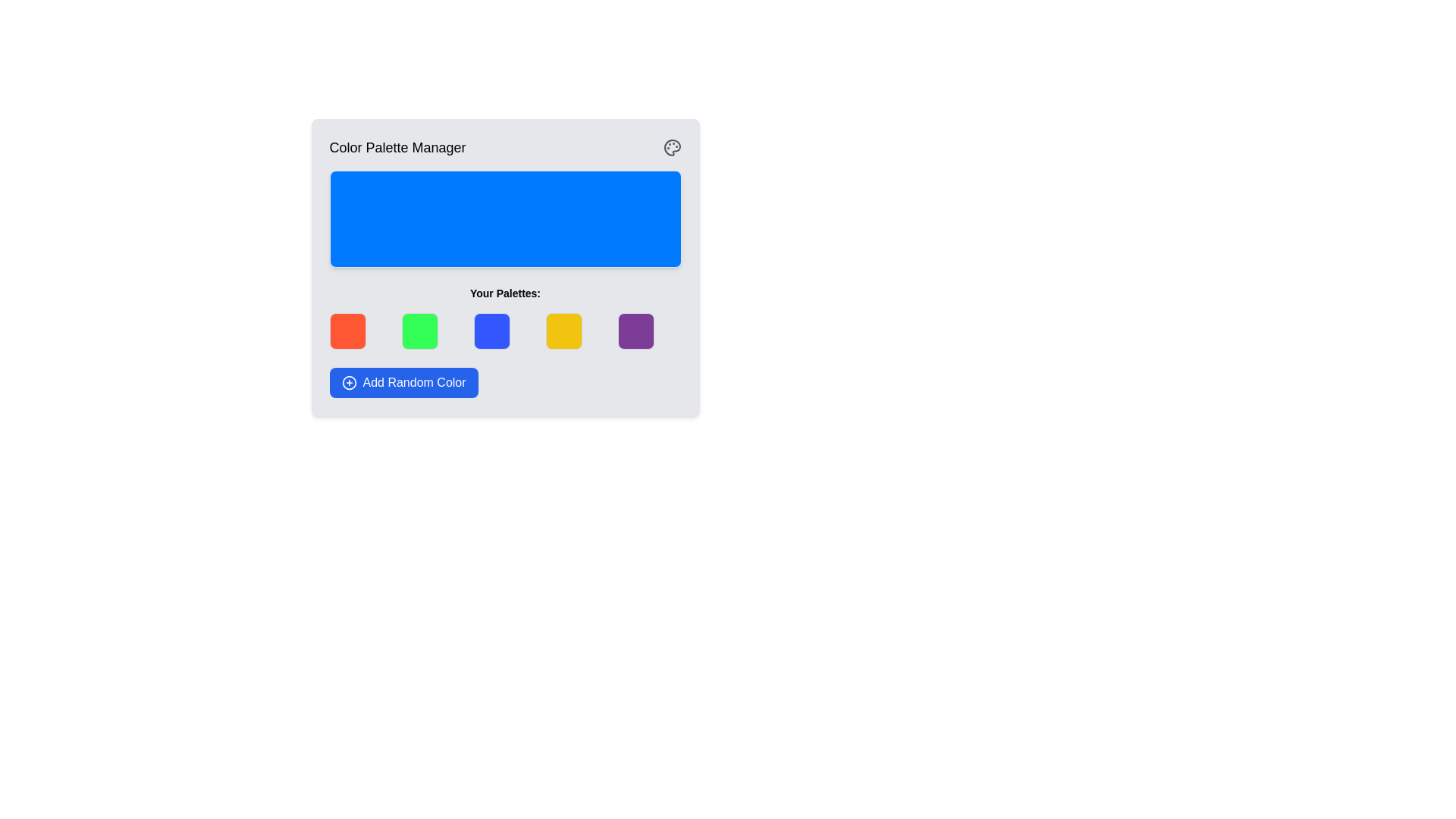  I want to click on the blue rectangular button with rounded corners labeled 'Add Random Color', so click(403, 382).